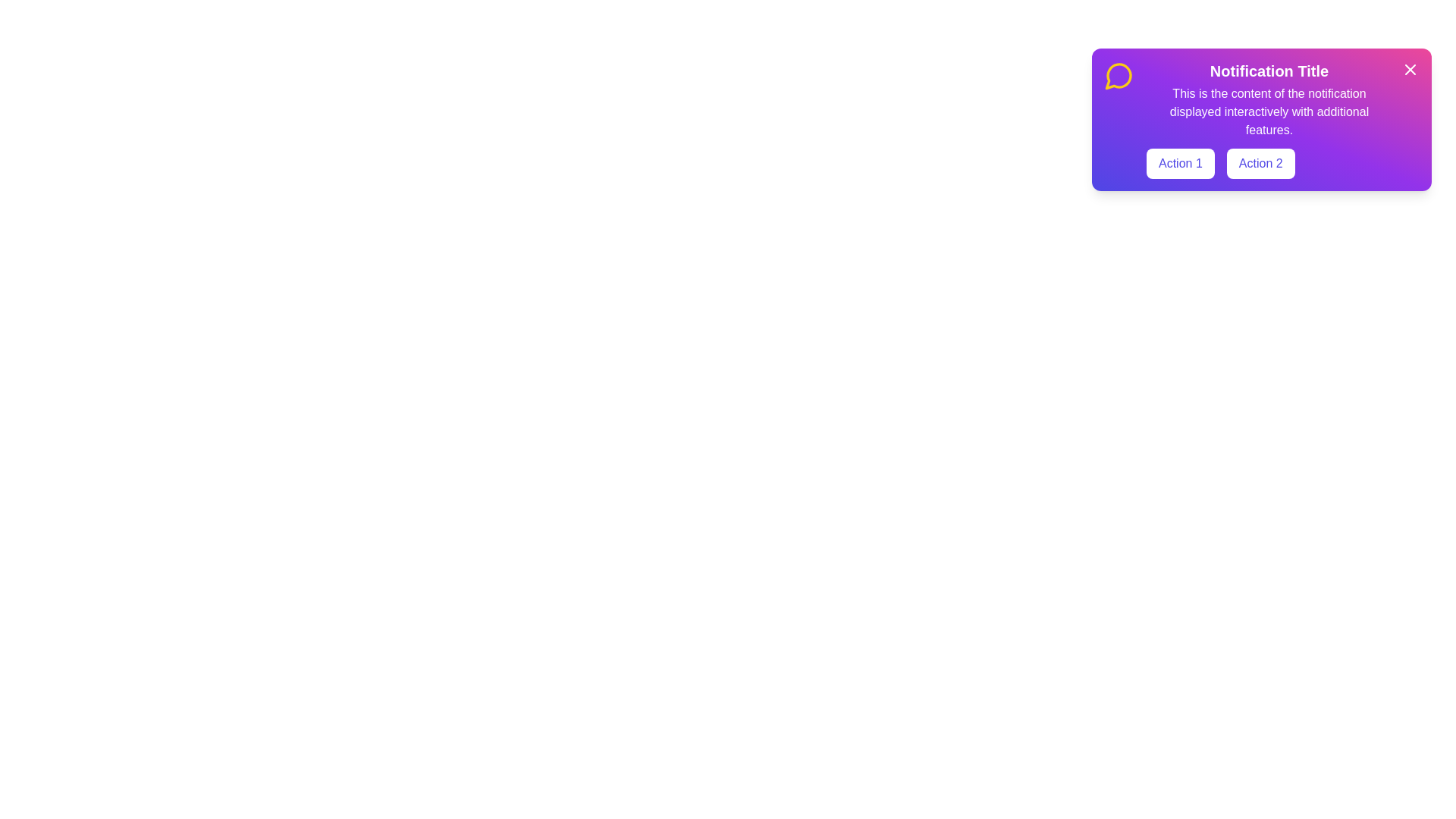 The image size is (1456, 819). What do you see at coordinates (1410, 70) in the screenshot?
I see `the close icon to close the snackbar` at bounding box center [1410, 70].